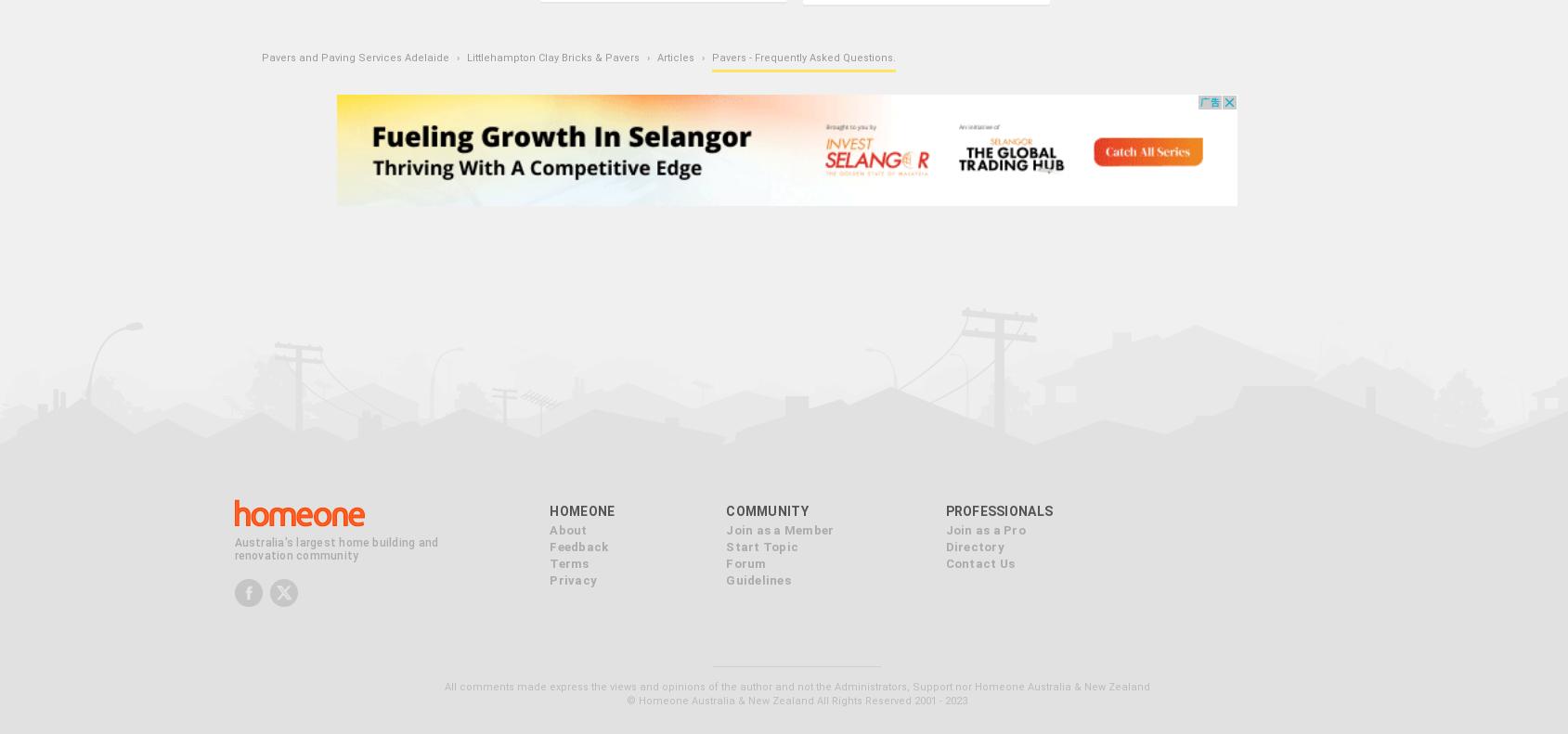 The width and height of the screenshot is (1568, 734). What do you see at coordinates (296, 553) in the screenshot?
I see `'renovation community'` at bounding box center [296, 553].